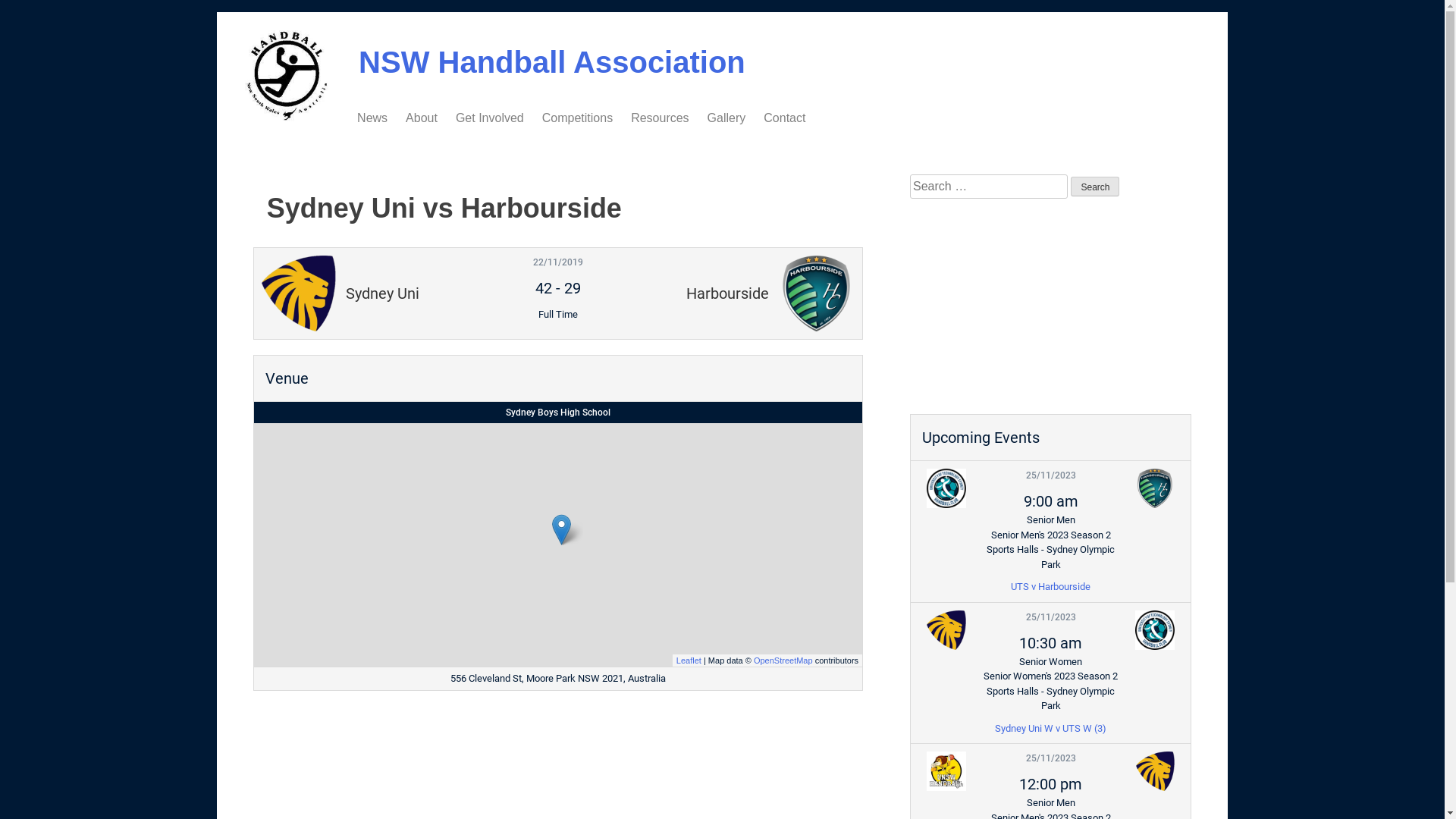 This screenshot has height=819, width=1456. Describe the element at coordinates (1050, 643) in the screenshot. I see `'10:30 am'` at that location.